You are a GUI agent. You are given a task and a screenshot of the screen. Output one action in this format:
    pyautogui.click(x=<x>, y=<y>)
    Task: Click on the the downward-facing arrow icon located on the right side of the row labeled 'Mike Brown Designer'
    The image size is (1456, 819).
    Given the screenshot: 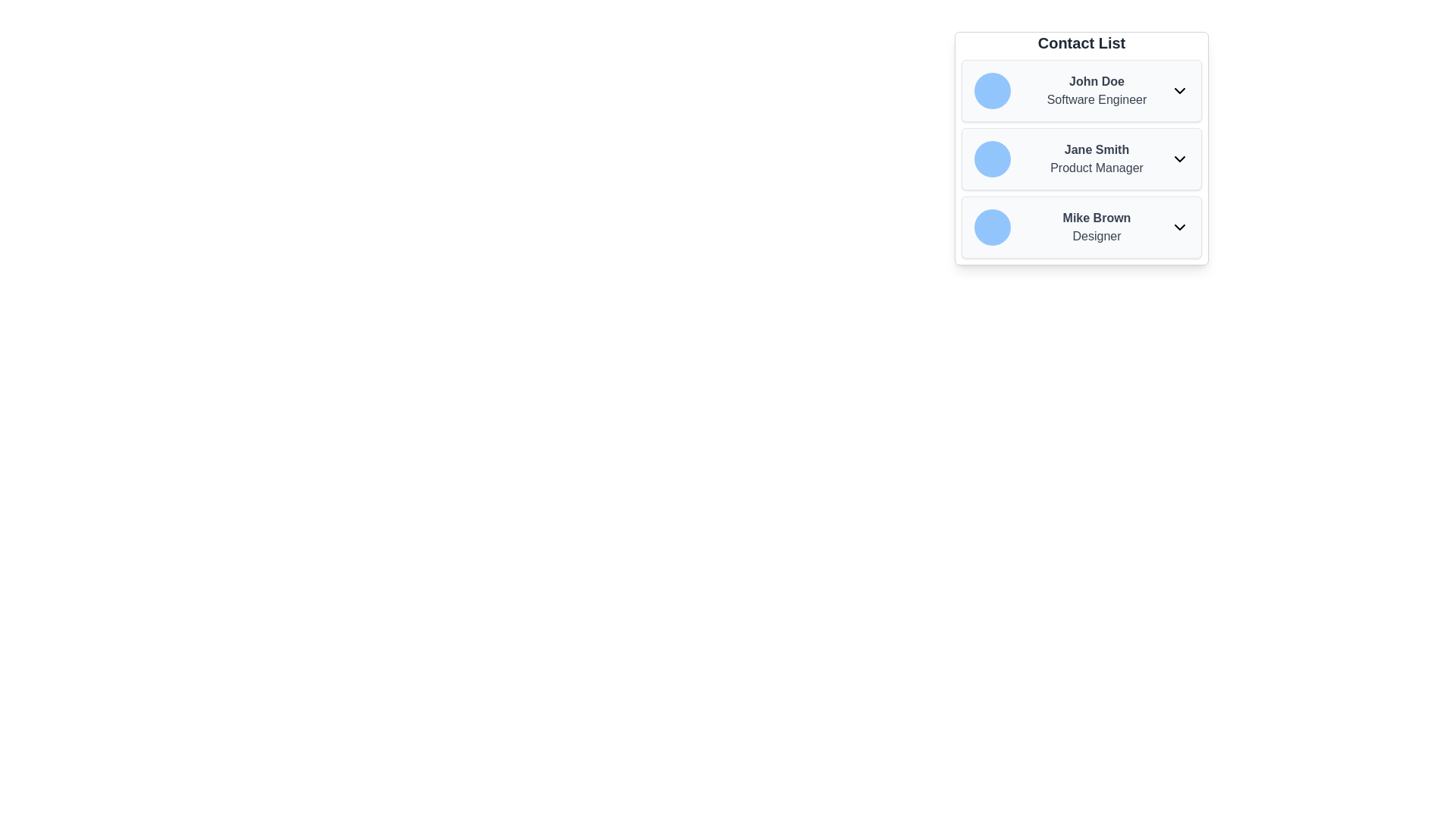 What is the action you would take?
    pyautogui.click(x=1178, y=227)
    